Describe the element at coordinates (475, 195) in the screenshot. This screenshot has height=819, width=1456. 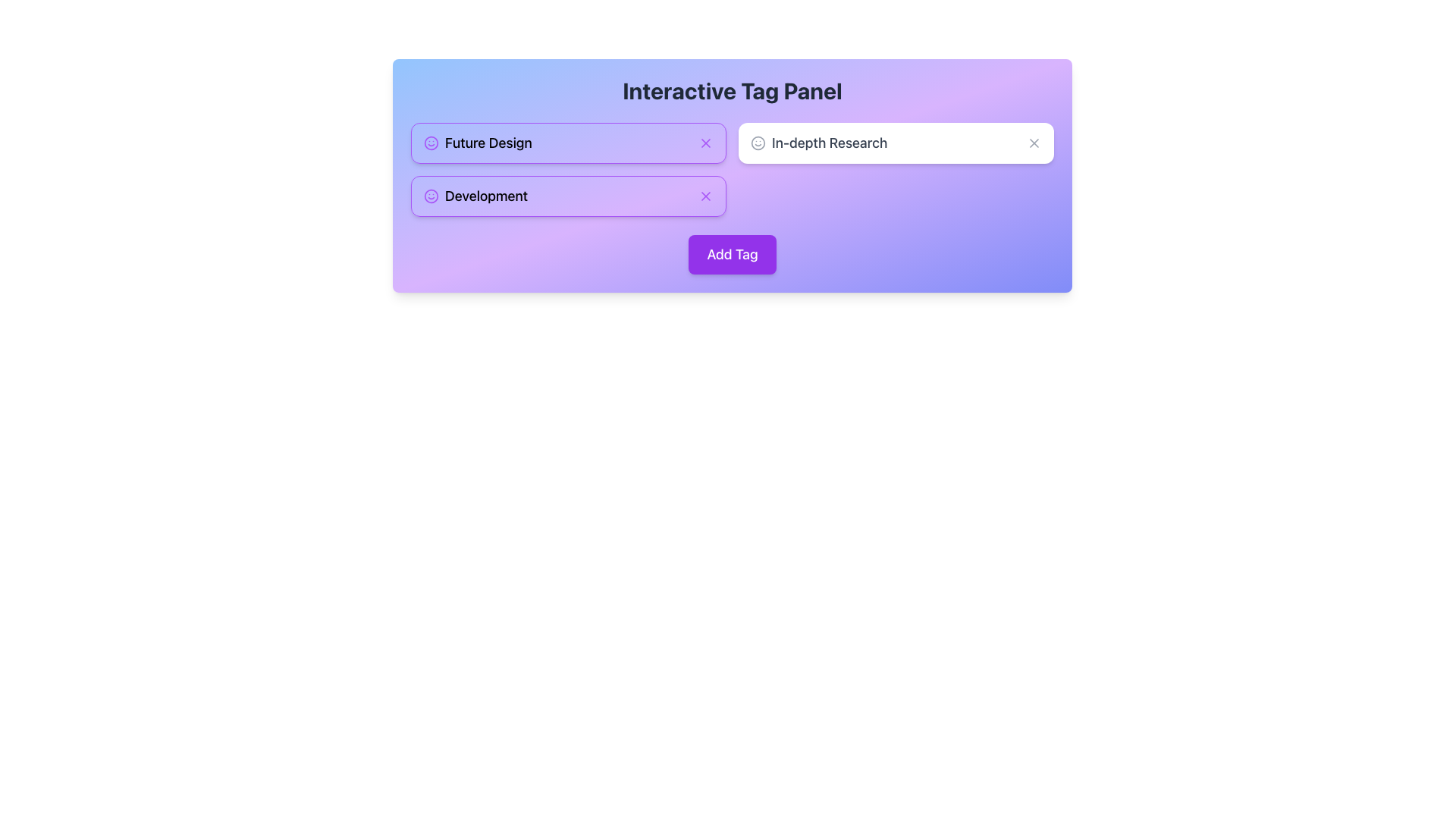
I see `the 'Development' tag, which is the second tag in the Interactive Tag Panel` at that location.